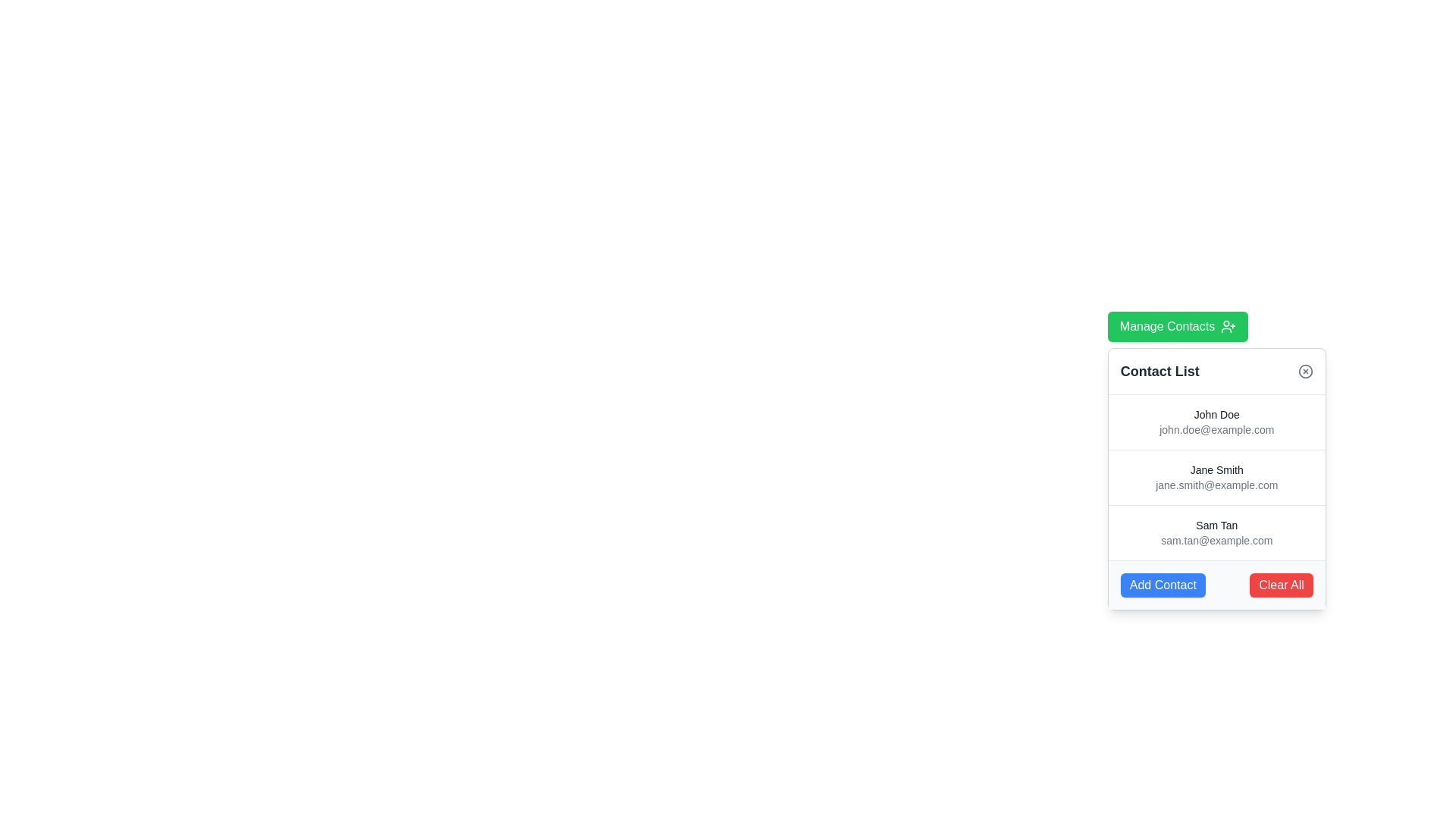 The image size is (1456, 819). I want to click on the gray button with a cross icon located at the top-right corner of the 'Contact List' section, so click(1304, 371).